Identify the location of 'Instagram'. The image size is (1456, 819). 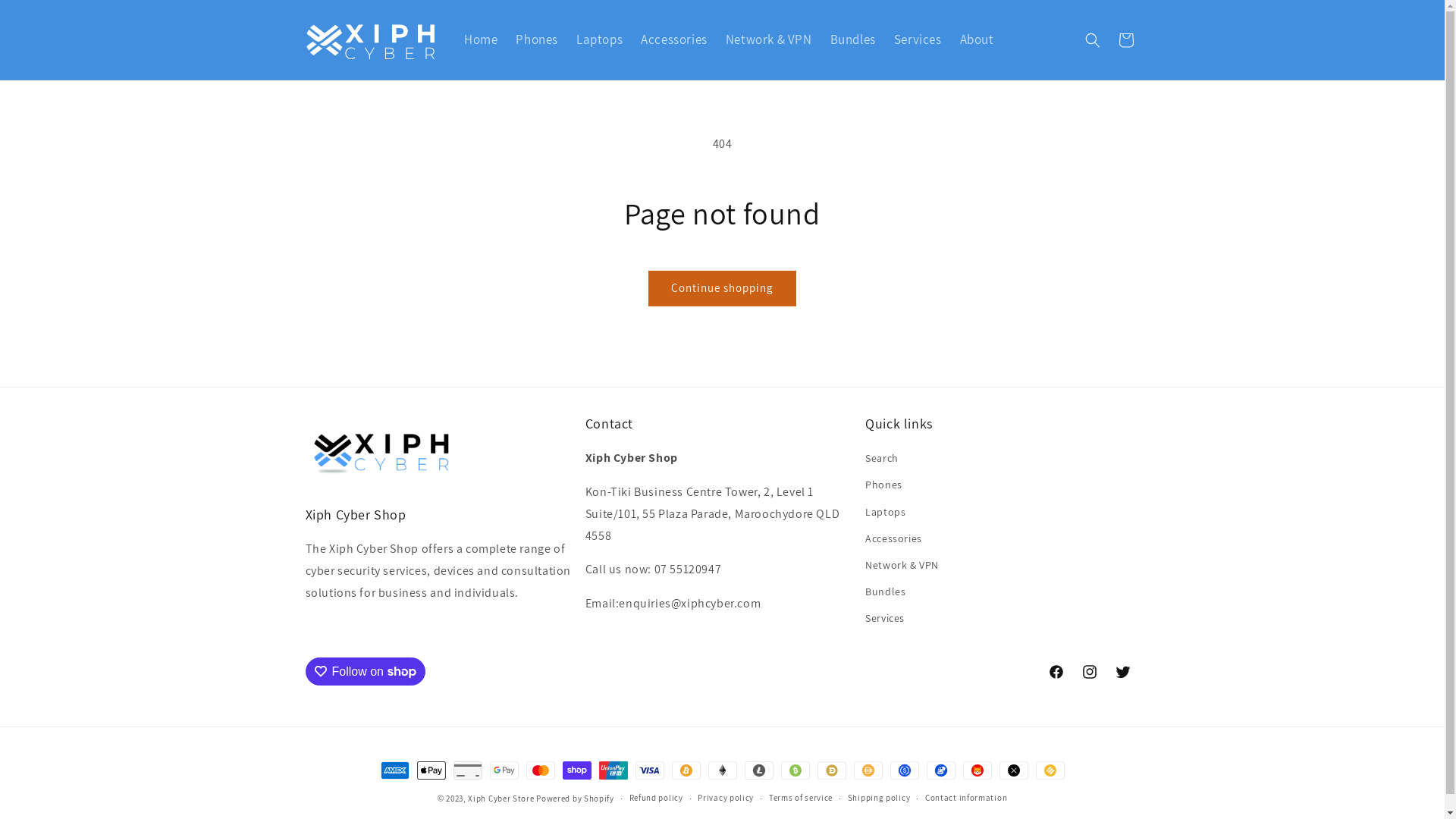
(1087, 671).